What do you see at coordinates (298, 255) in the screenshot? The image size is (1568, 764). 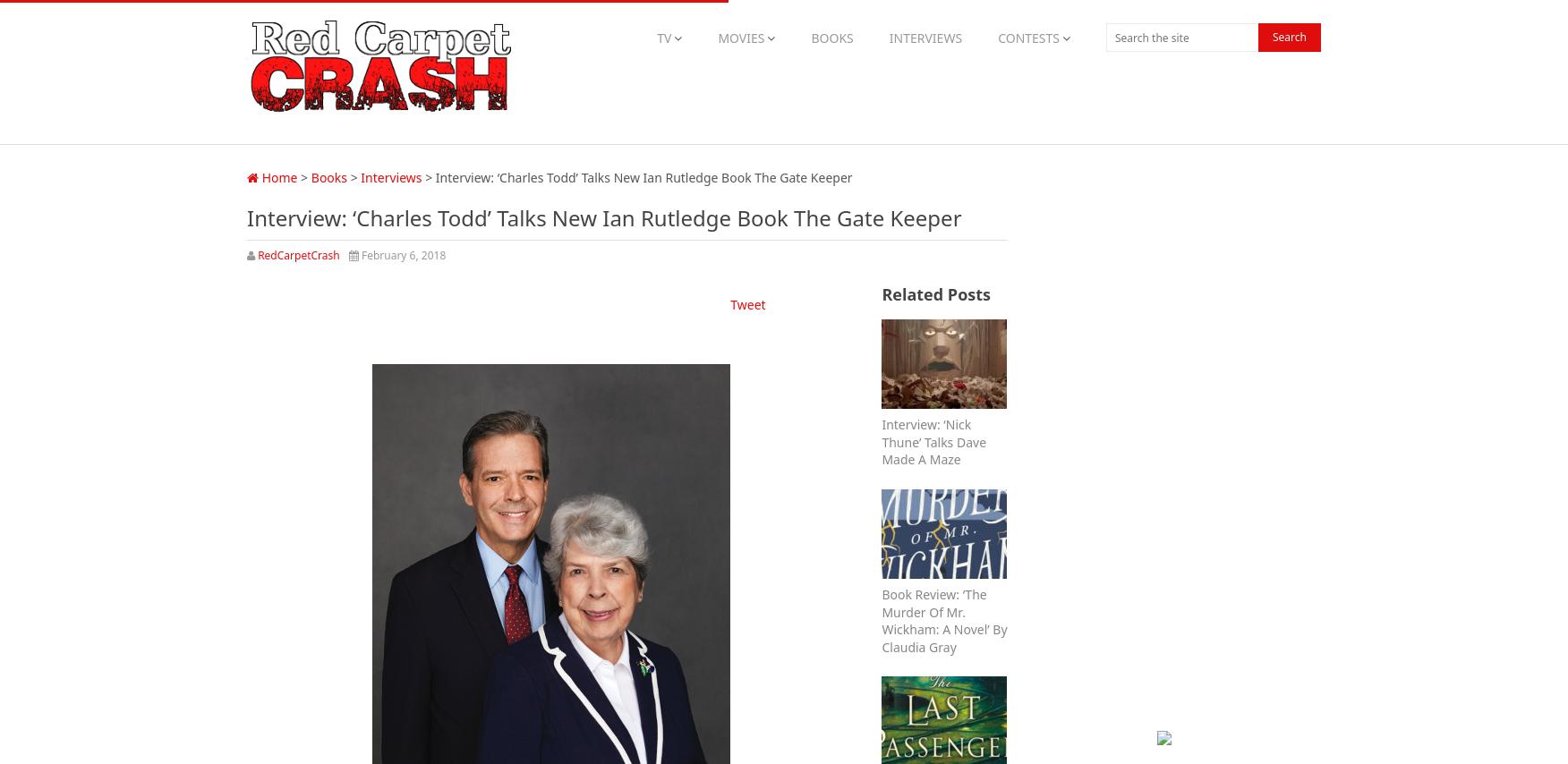 I see `'RedCarpetCrash'` at bounding box center [298, 255].